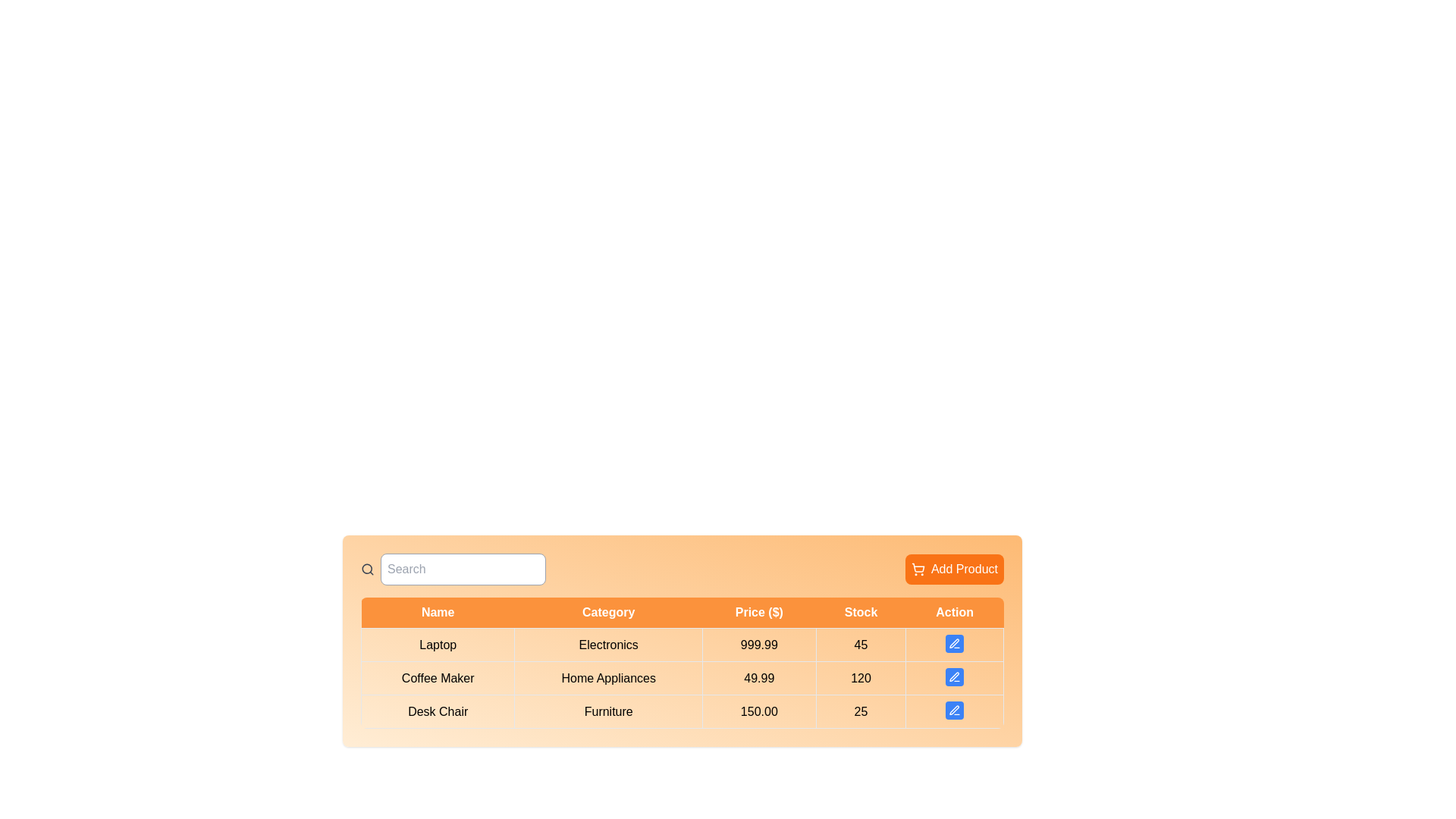 The width and height of the screenshot is (1456, 819). I want to click on the magnifying glass icon, which is styled with rounded strokes and a grayish color, located to the left of the 'Search' text input field in the orange segment of the interface, so click(367, 570).